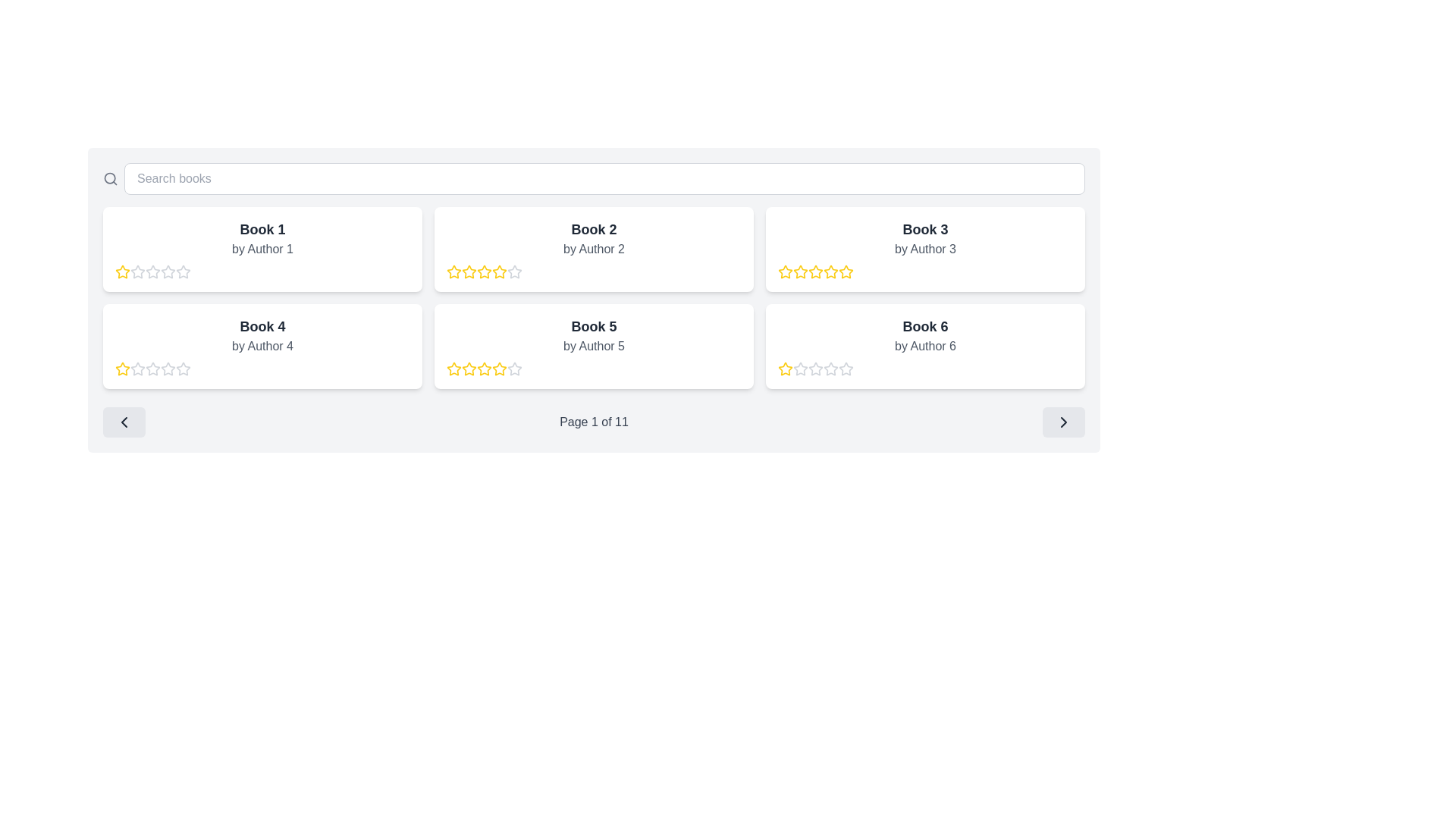 This screenshot has height=819, width=1456. I want to click on the second star icon in the rating row for 'Book 4' by 'Author 4', so click(182, 369).